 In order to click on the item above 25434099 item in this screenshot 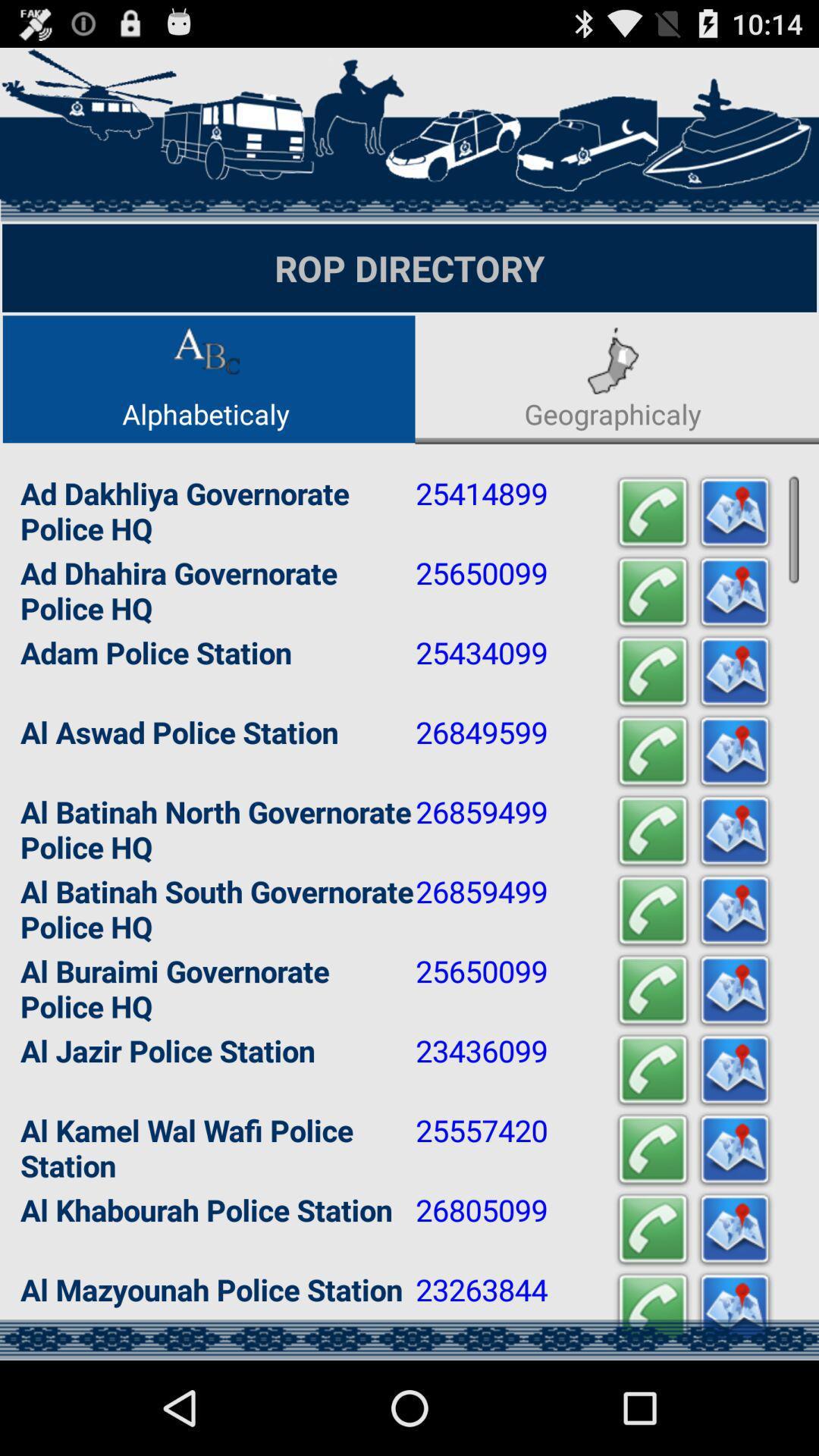, I will do `click(651, 591)`.